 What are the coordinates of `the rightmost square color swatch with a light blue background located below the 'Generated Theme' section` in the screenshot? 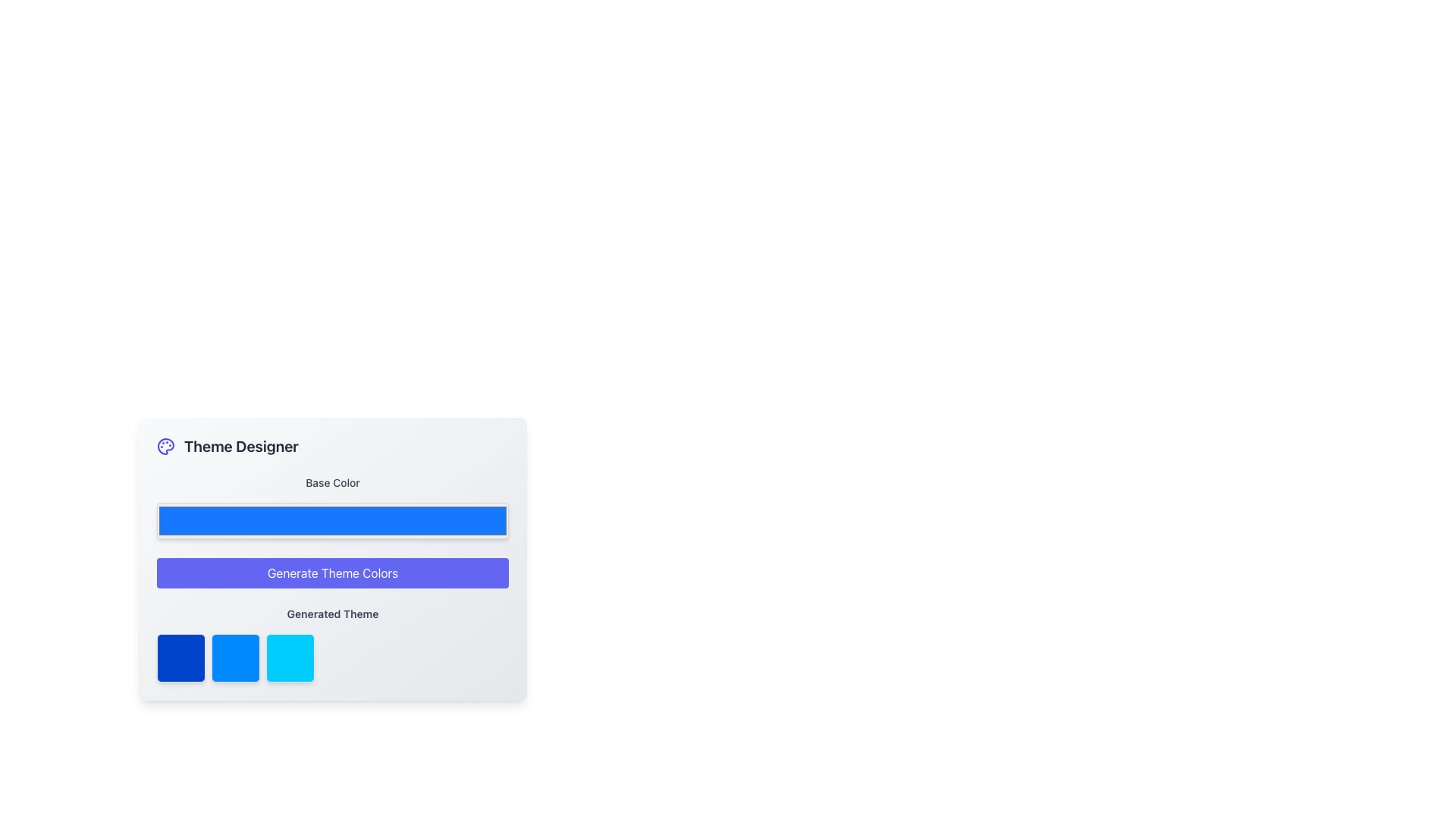 It's located at (290, 657).